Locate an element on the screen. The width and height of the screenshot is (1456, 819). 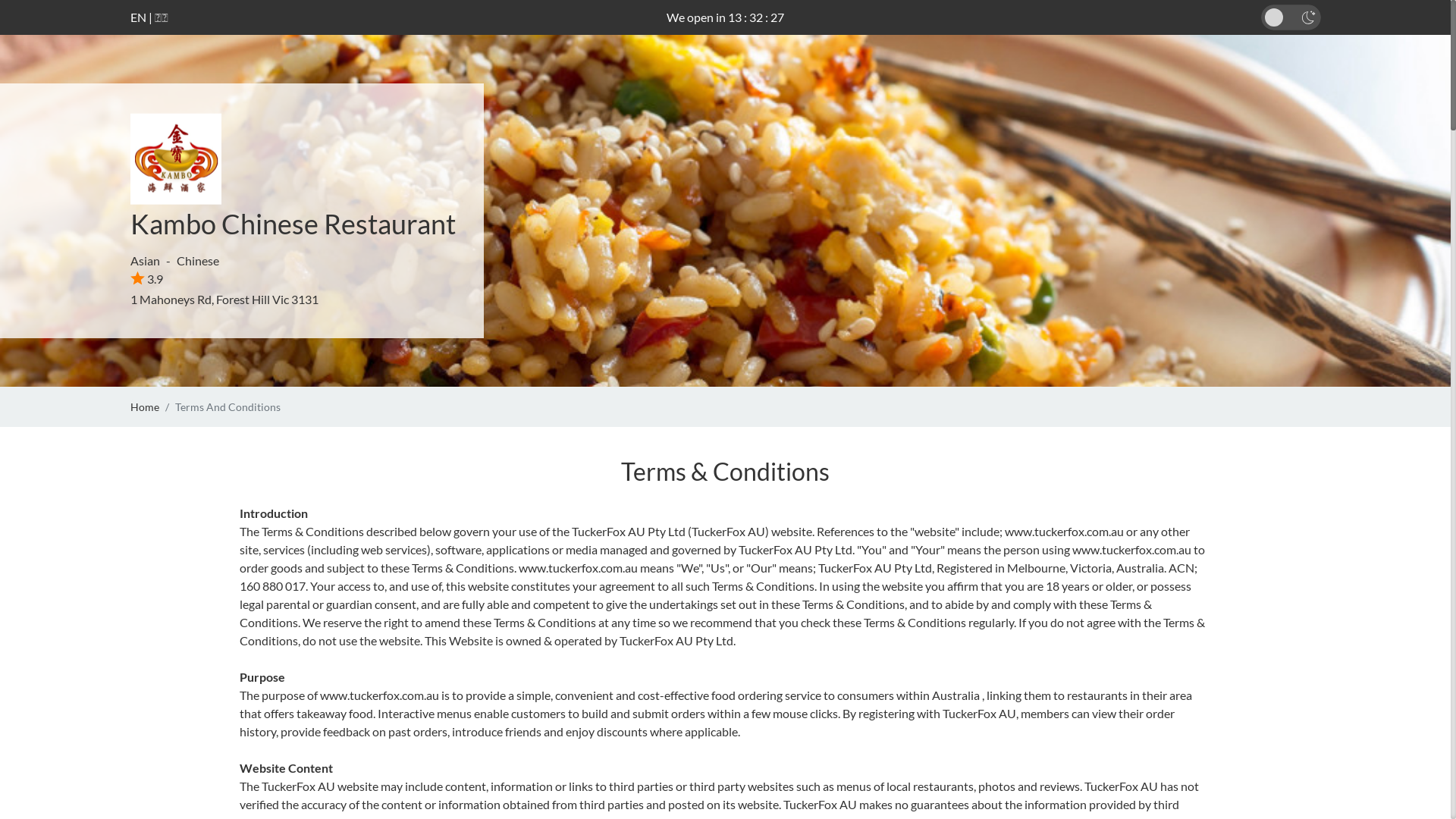
'3.9' is located at coordinates (146, 278).